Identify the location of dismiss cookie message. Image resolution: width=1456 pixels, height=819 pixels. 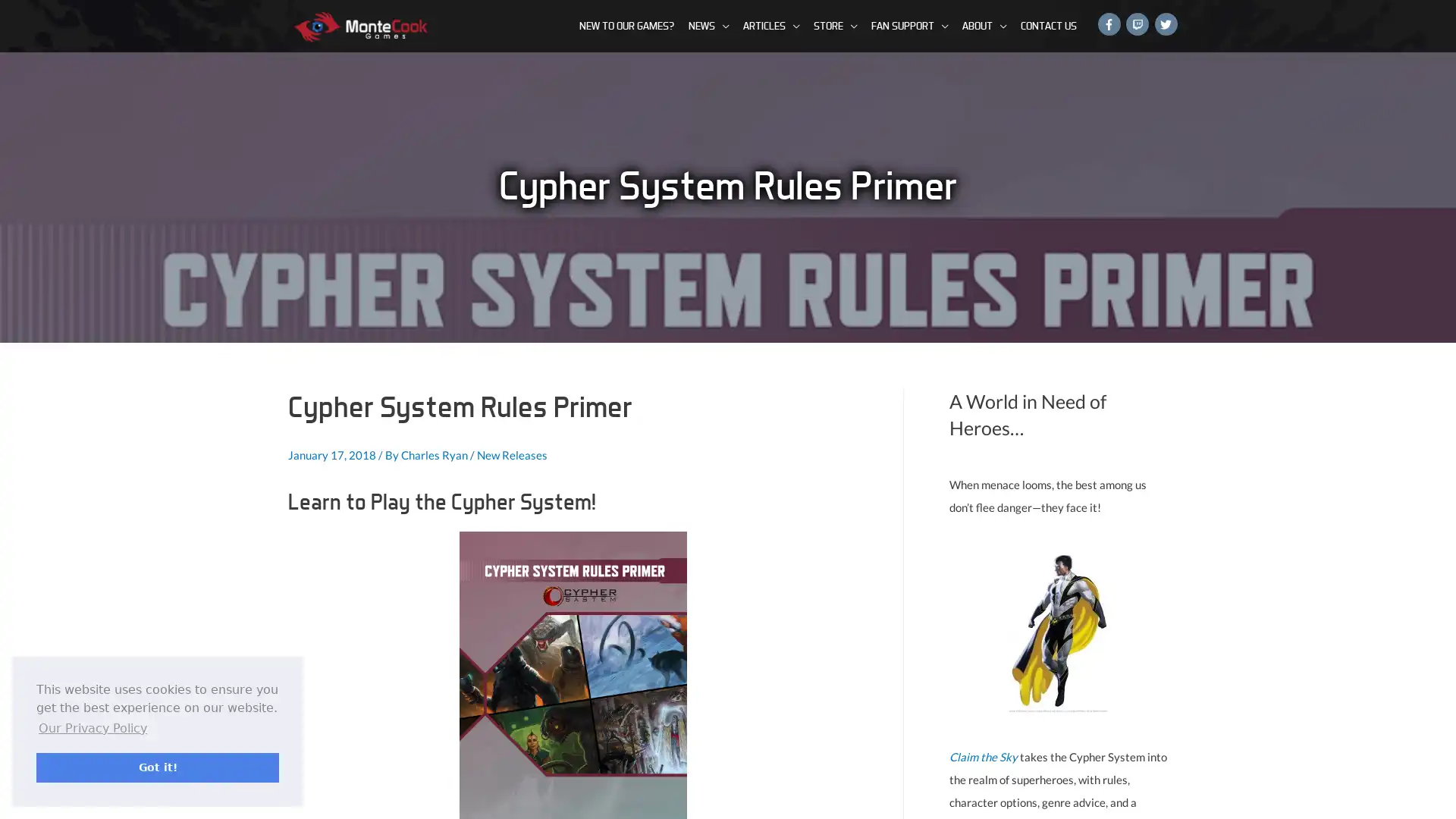
(157, 767).